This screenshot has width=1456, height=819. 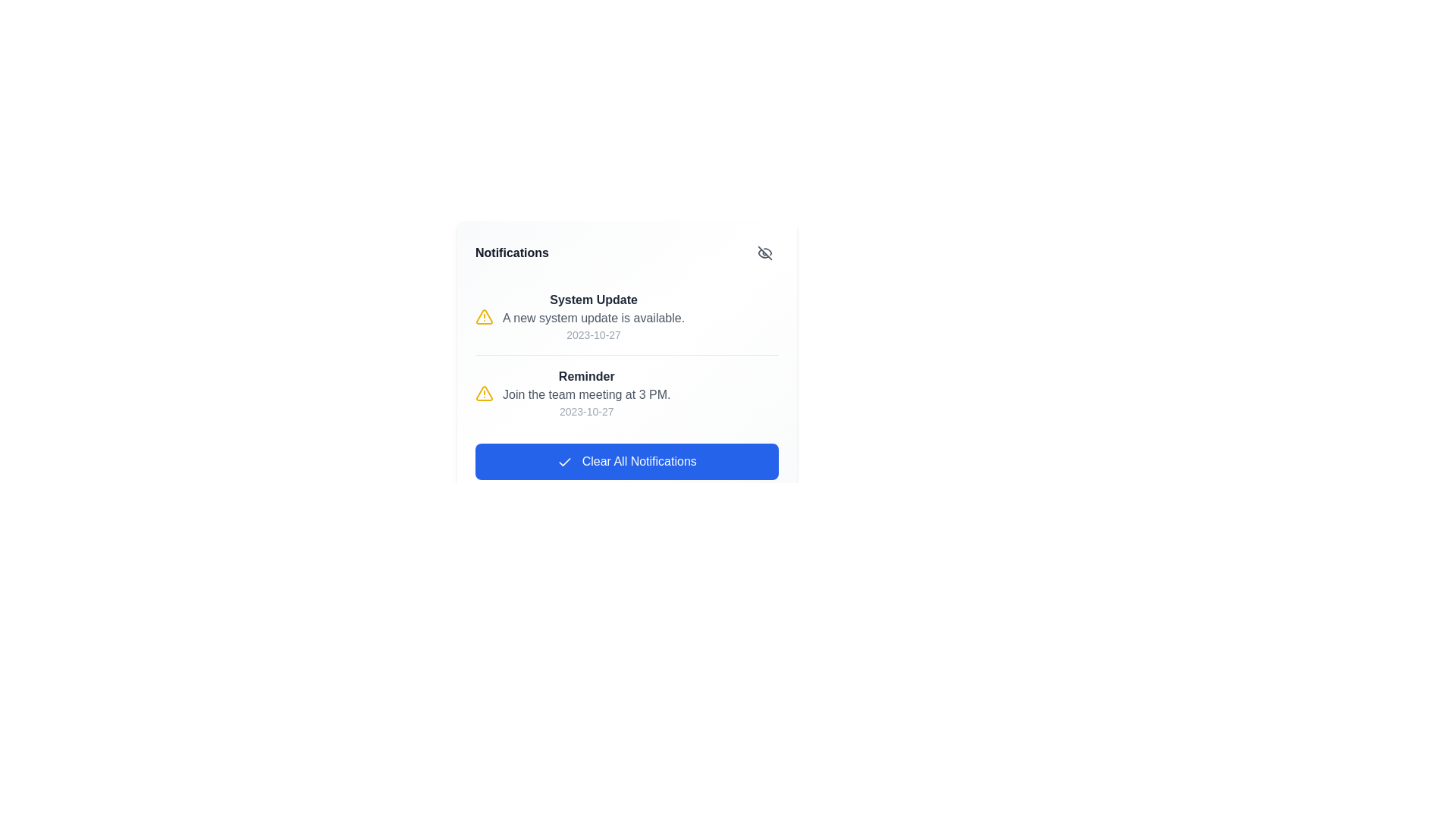 What do you see at coordinates (483, 315) in the screenshot?
I see `the appearance of the warning icon located on the right side of the 'Reminder' notification in the notifications panel` at bounding box center [483, 315].